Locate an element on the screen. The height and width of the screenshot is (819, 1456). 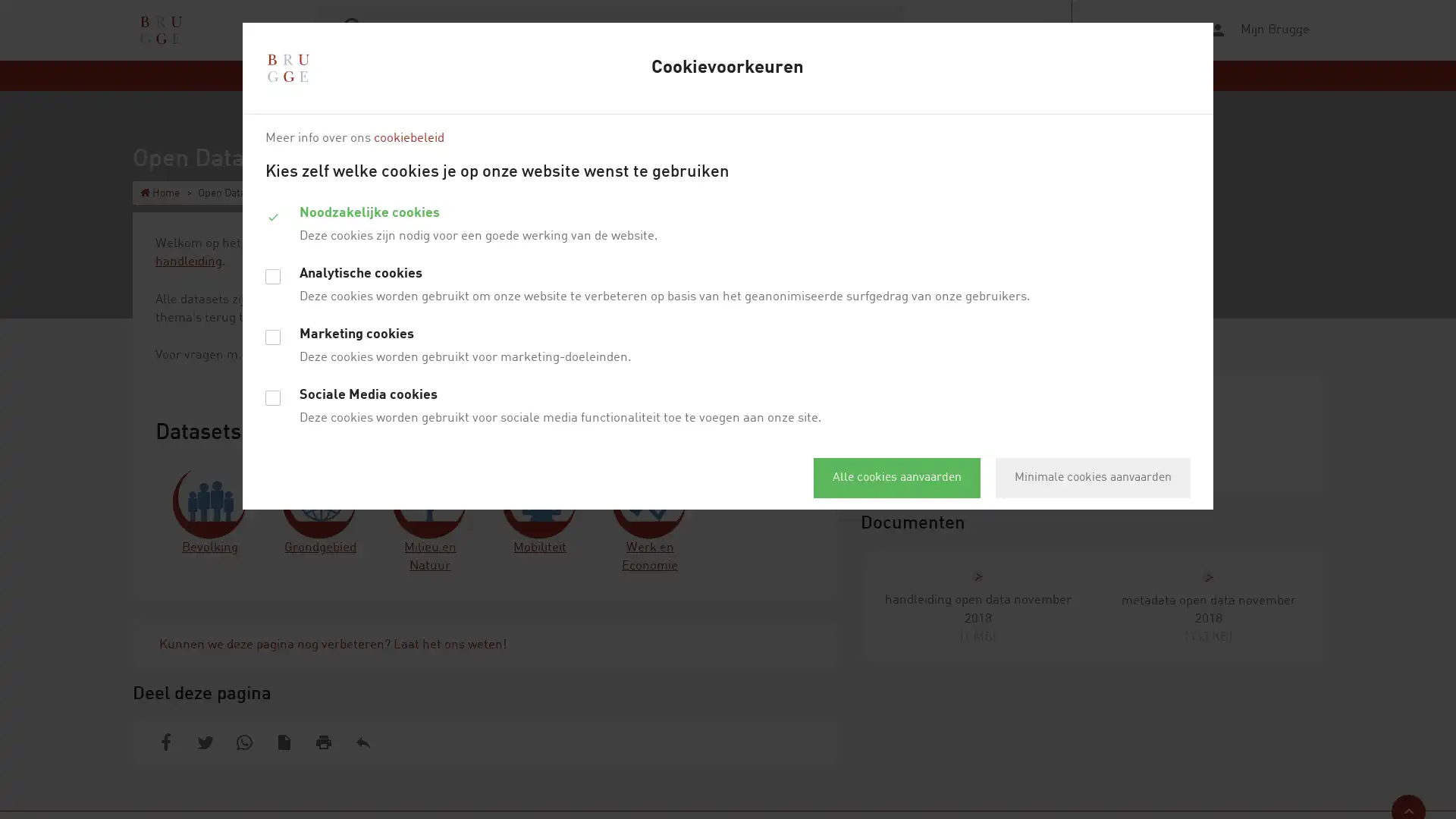
Zoek is located at coordinates (354, 32).